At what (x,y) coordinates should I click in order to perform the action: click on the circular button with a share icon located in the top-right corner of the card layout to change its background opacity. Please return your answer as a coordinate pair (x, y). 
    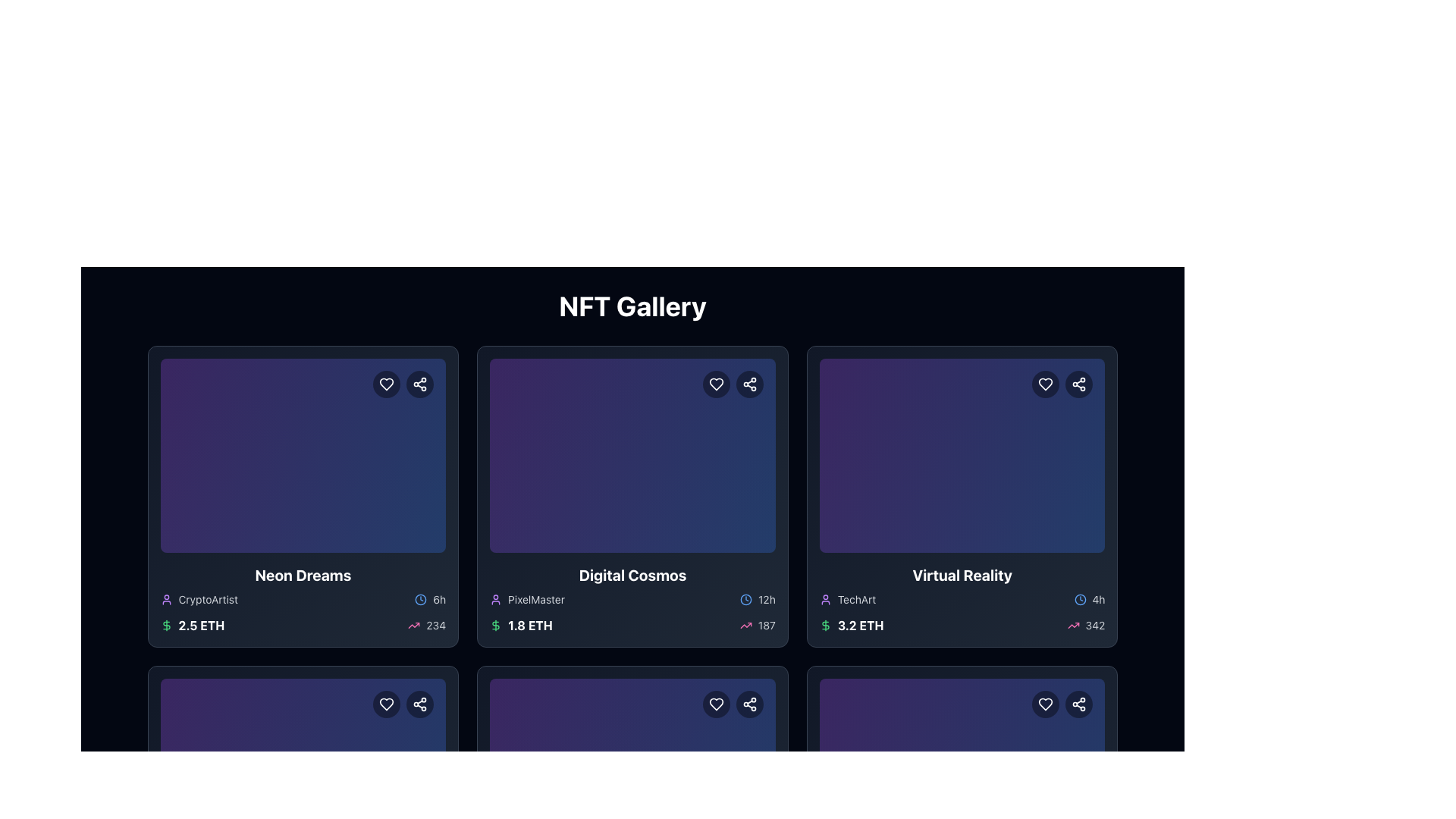
    Looking at the image, I should click on (420, 704).